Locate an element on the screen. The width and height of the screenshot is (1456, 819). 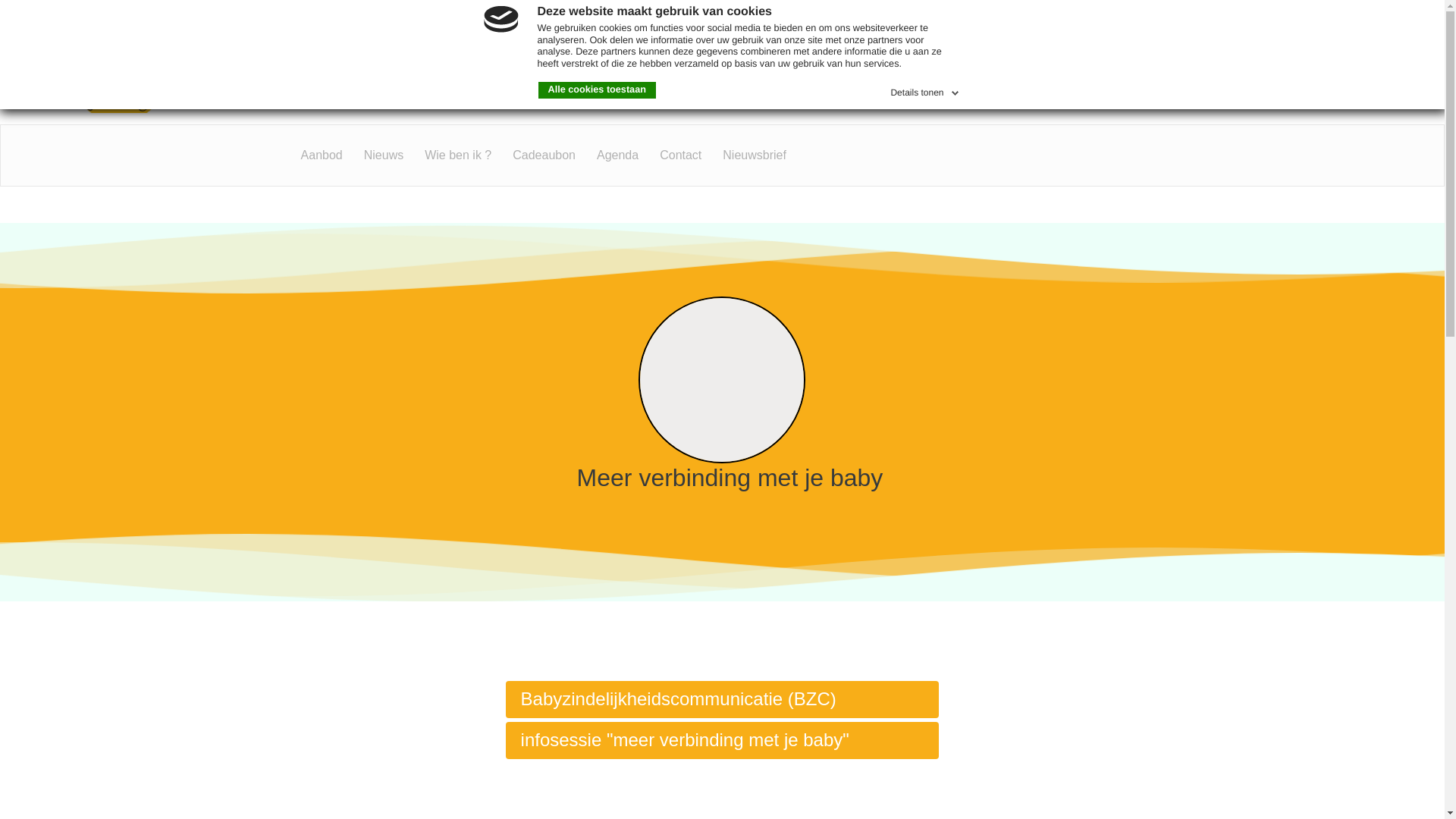
'Nieuws' is located at coordinates (383, 155).